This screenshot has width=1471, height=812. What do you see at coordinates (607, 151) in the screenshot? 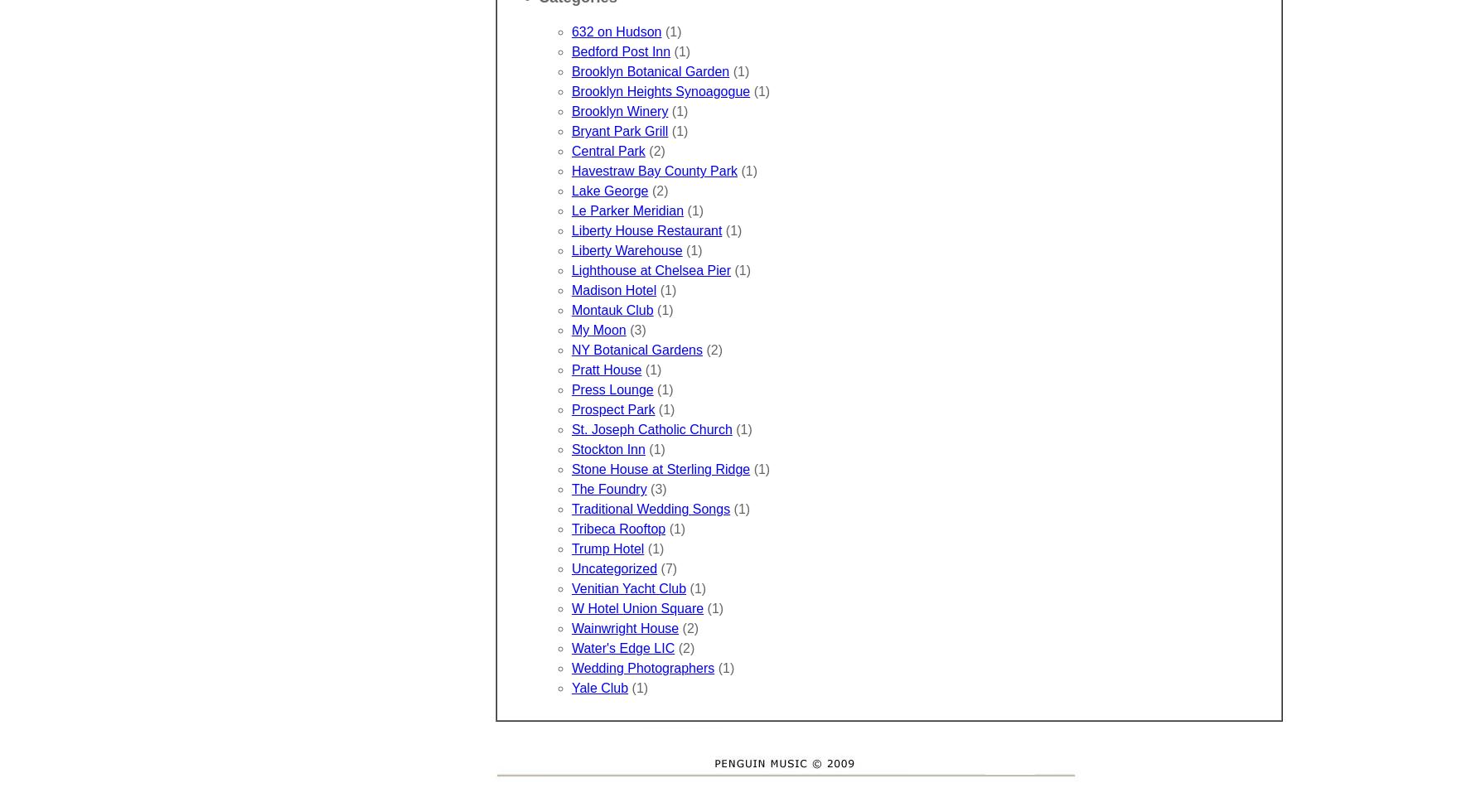
I see `'Central Park'` at bounding box center [607, 151].